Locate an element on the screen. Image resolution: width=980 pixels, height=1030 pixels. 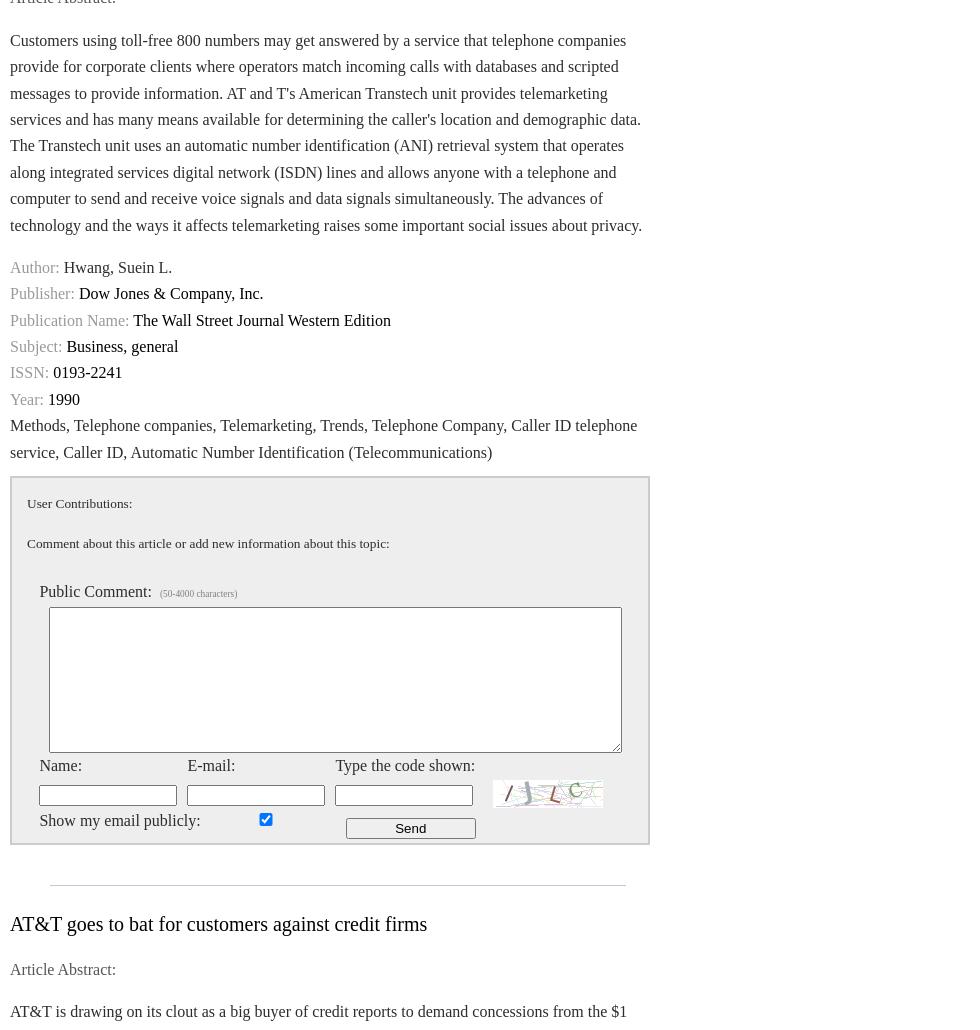
'Publisher:' is located at coordinates (42, 292).